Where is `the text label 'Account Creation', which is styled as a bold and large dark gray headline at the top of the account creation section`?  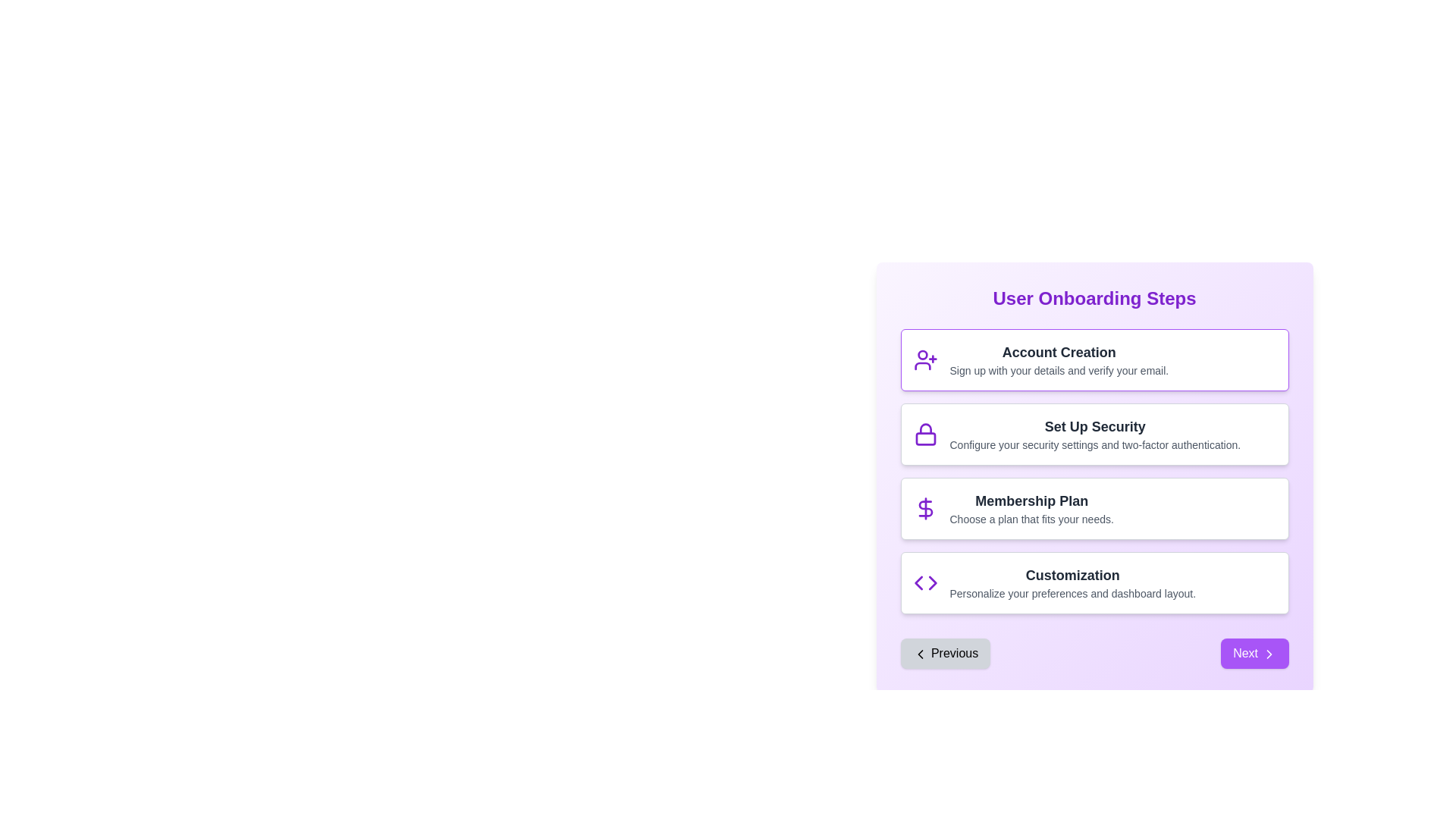 the text label 'Account Creation', which is styled as a bold and large dark gray headline at the top of the account creation section is located at coordinates (1058, 353).